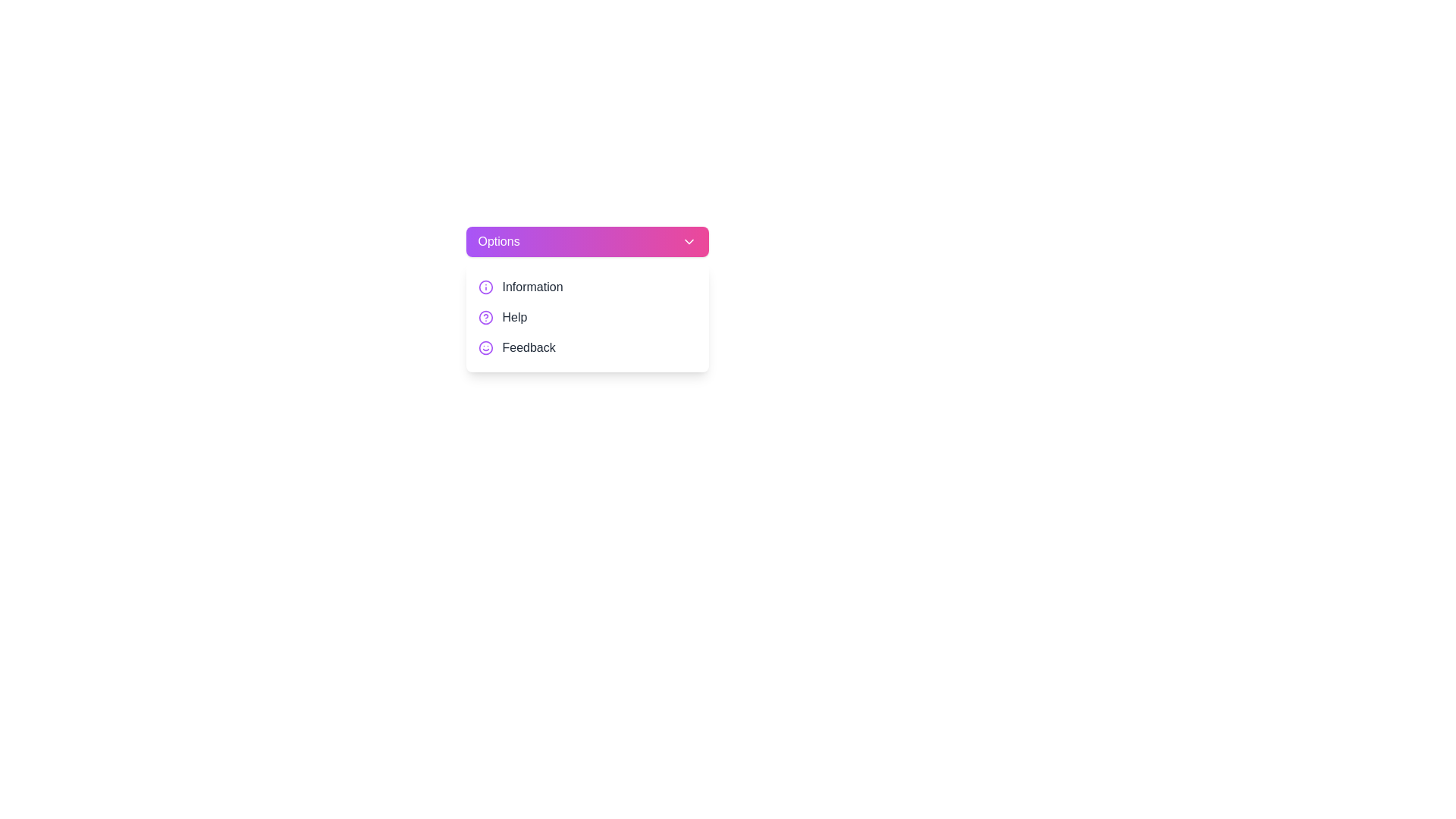 The width and height of the screenshot is (1456, 819). What do you see at coordinates (532, 287) in the screenshot?
I see `the 'Information' text label` at bounding box center [532, 287].